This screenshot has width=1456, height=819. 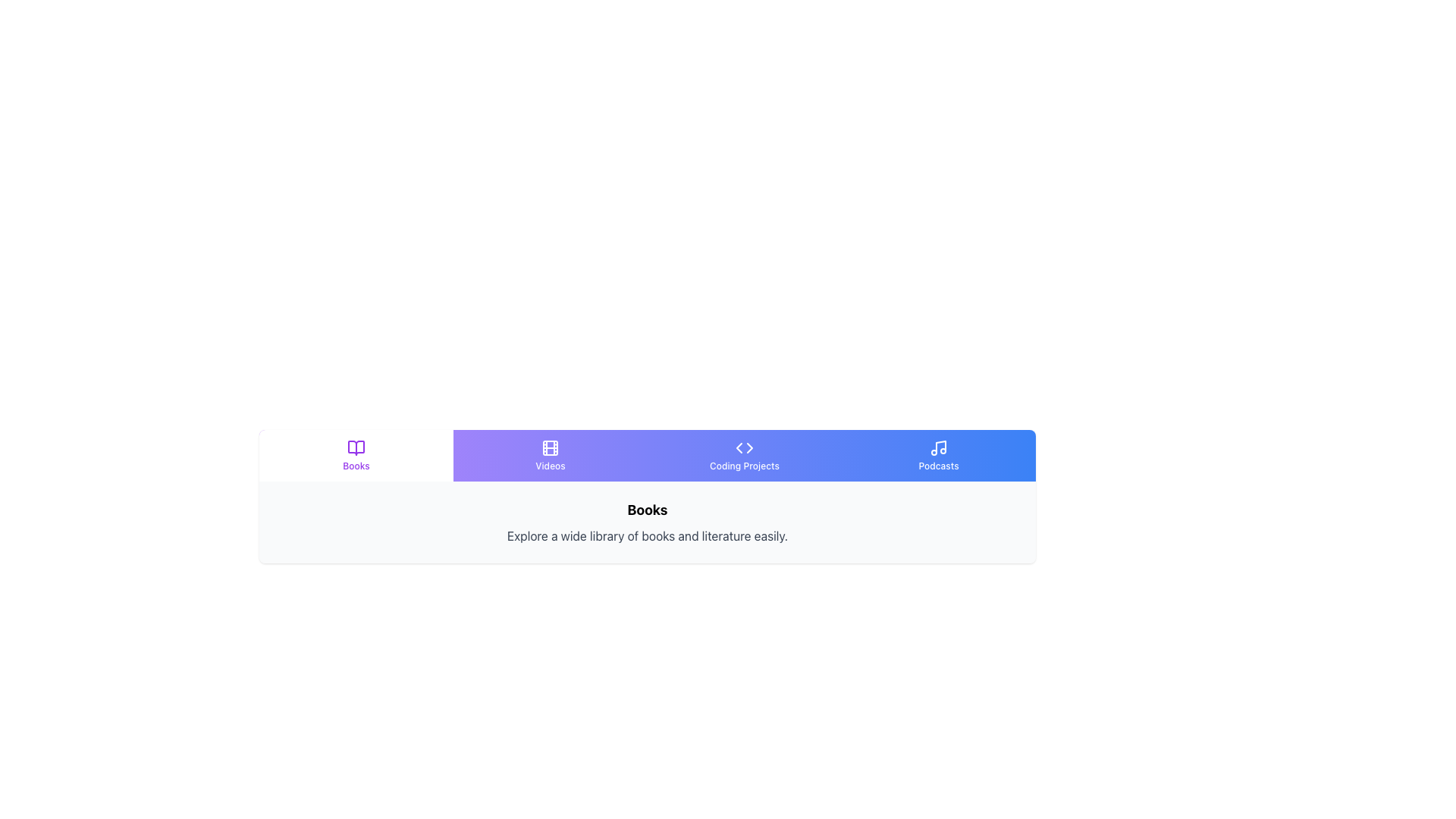 What do you see at coordinates (549, 465) in the screenshot?
I see `the 'Videos' text label, which is styled with a small font size and medium weight, located below a film roll icon in a navigation bar` at bounding box center [549, 465].